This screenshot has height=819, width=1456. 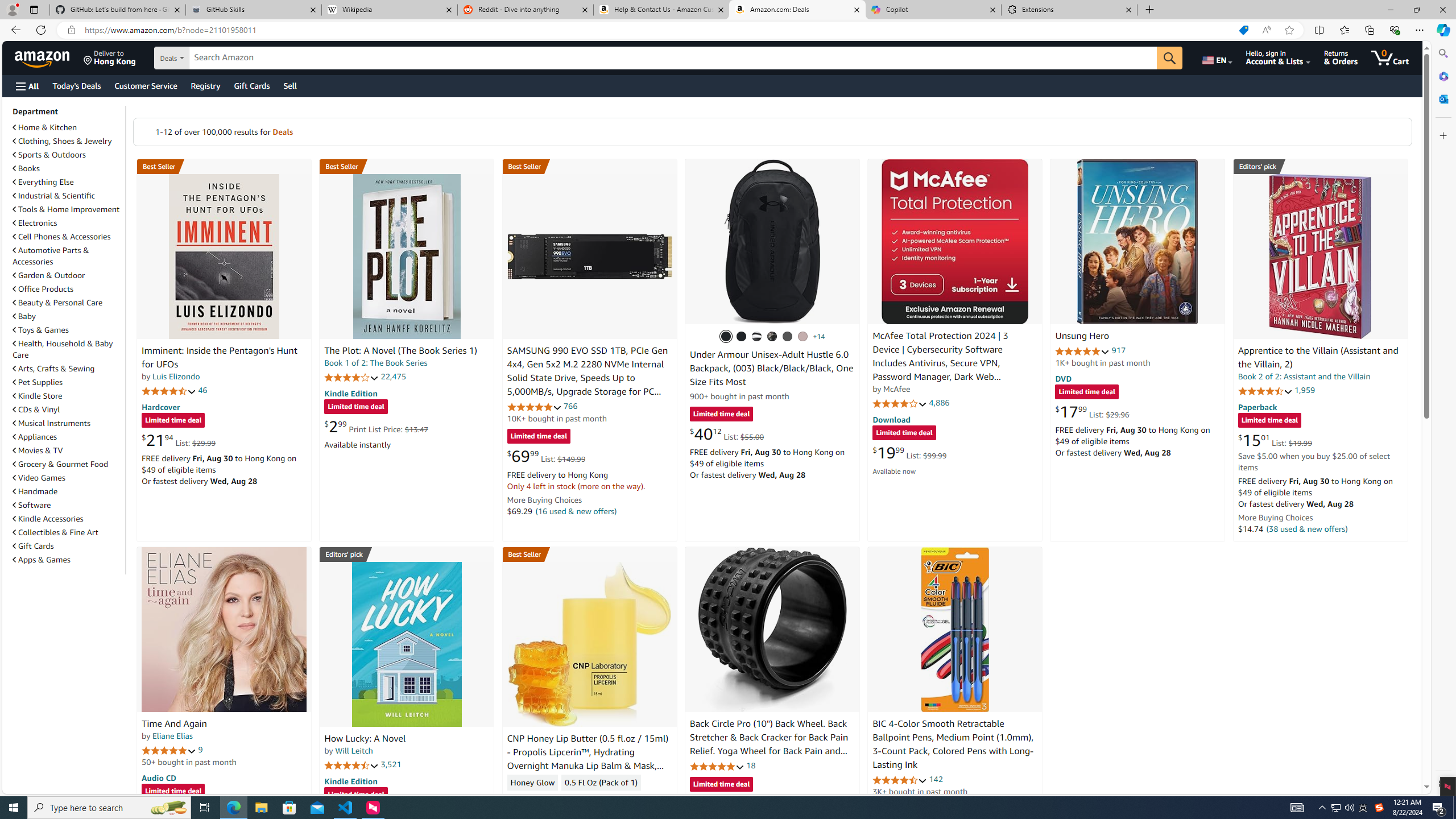 What do you see at coordinates (1389, 57) in the screenshot?
I see `'0 items in cart'` at bounding box center [1389, 57].